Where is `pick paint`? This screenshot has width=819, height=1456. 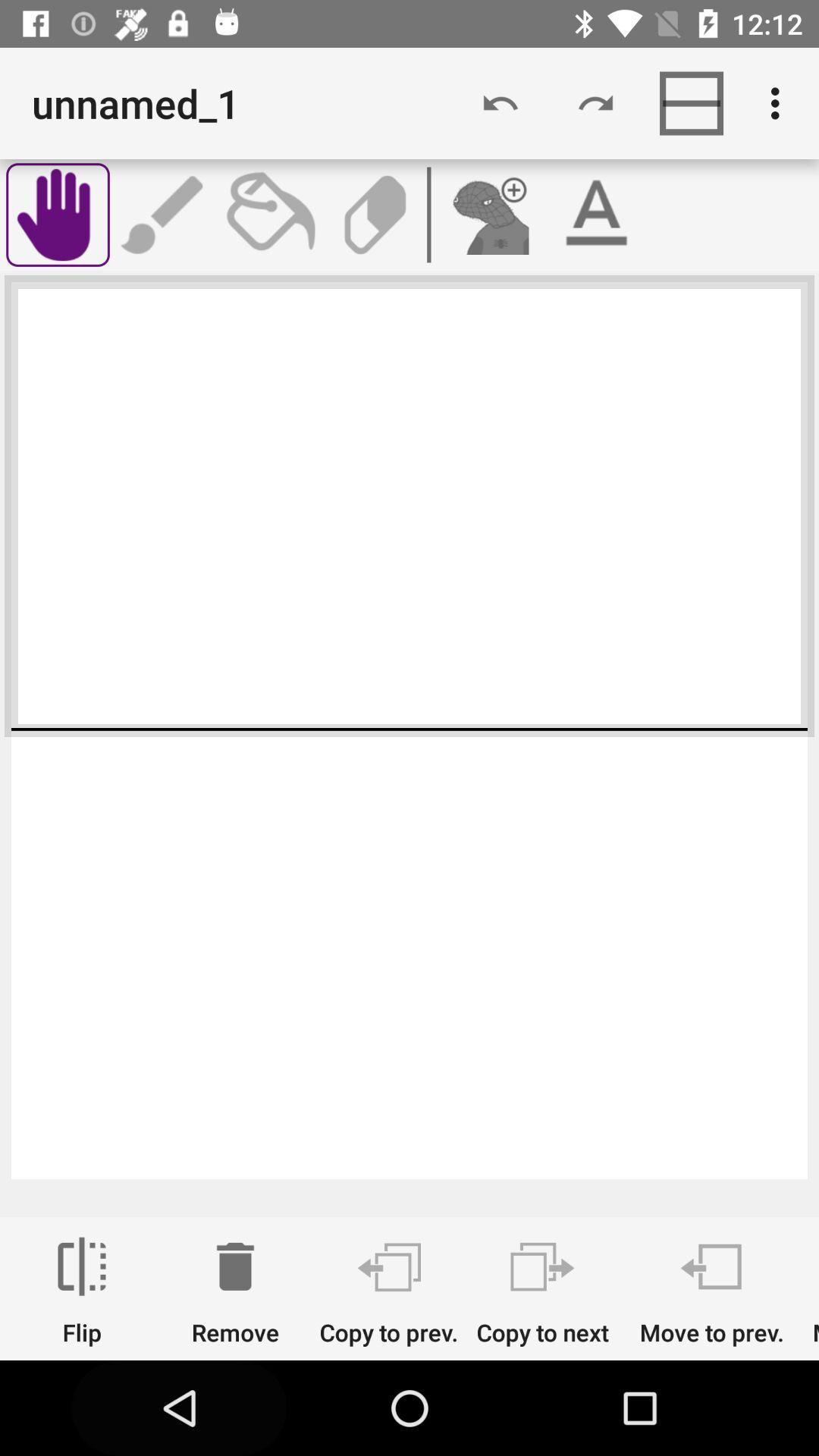 pick paint is located at coordinates (268, 214).